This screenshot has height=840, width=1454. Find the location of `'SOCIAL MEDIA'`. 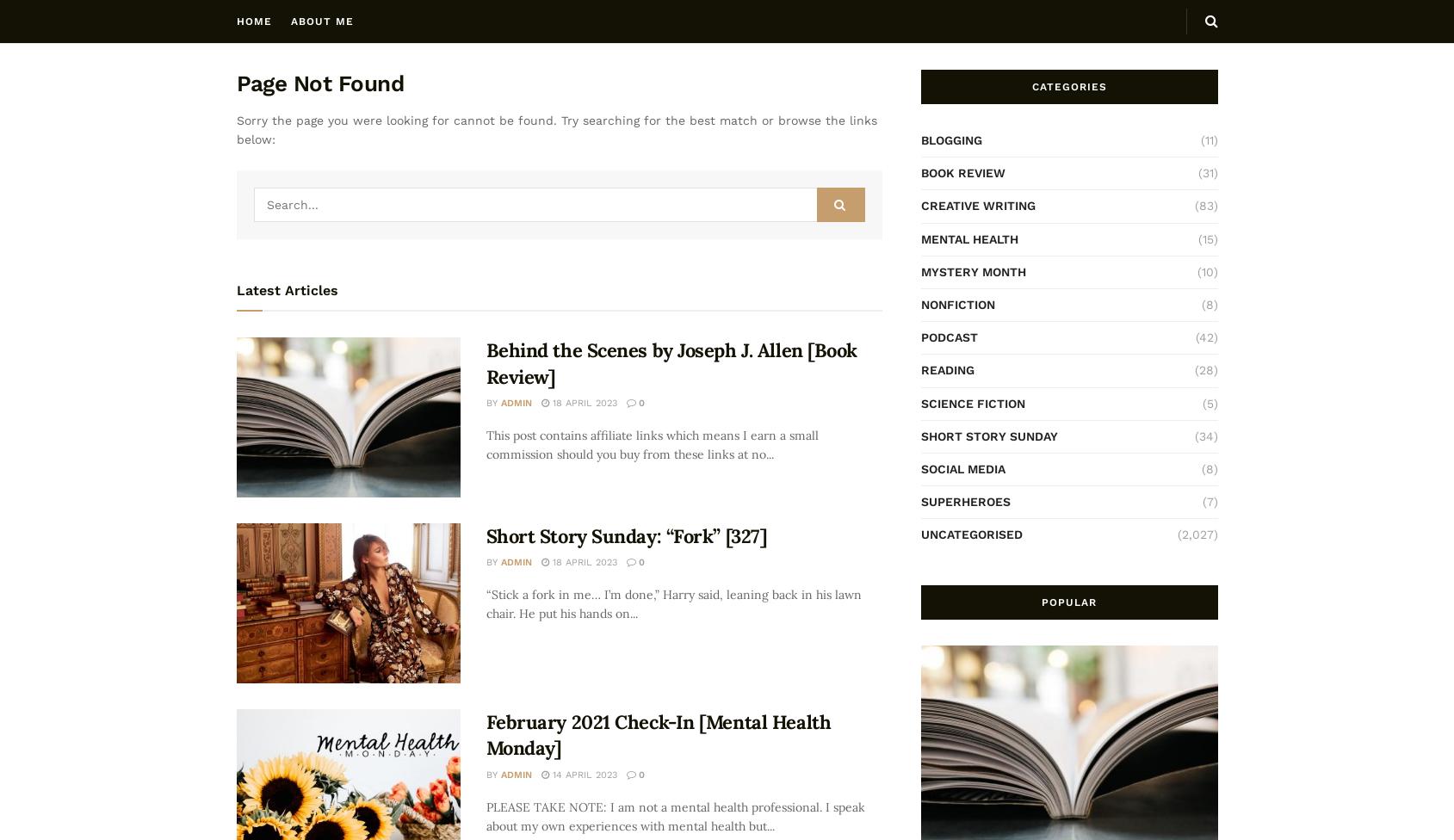

'SOCIAL MEDIA' is located at coordinates (962, 468).